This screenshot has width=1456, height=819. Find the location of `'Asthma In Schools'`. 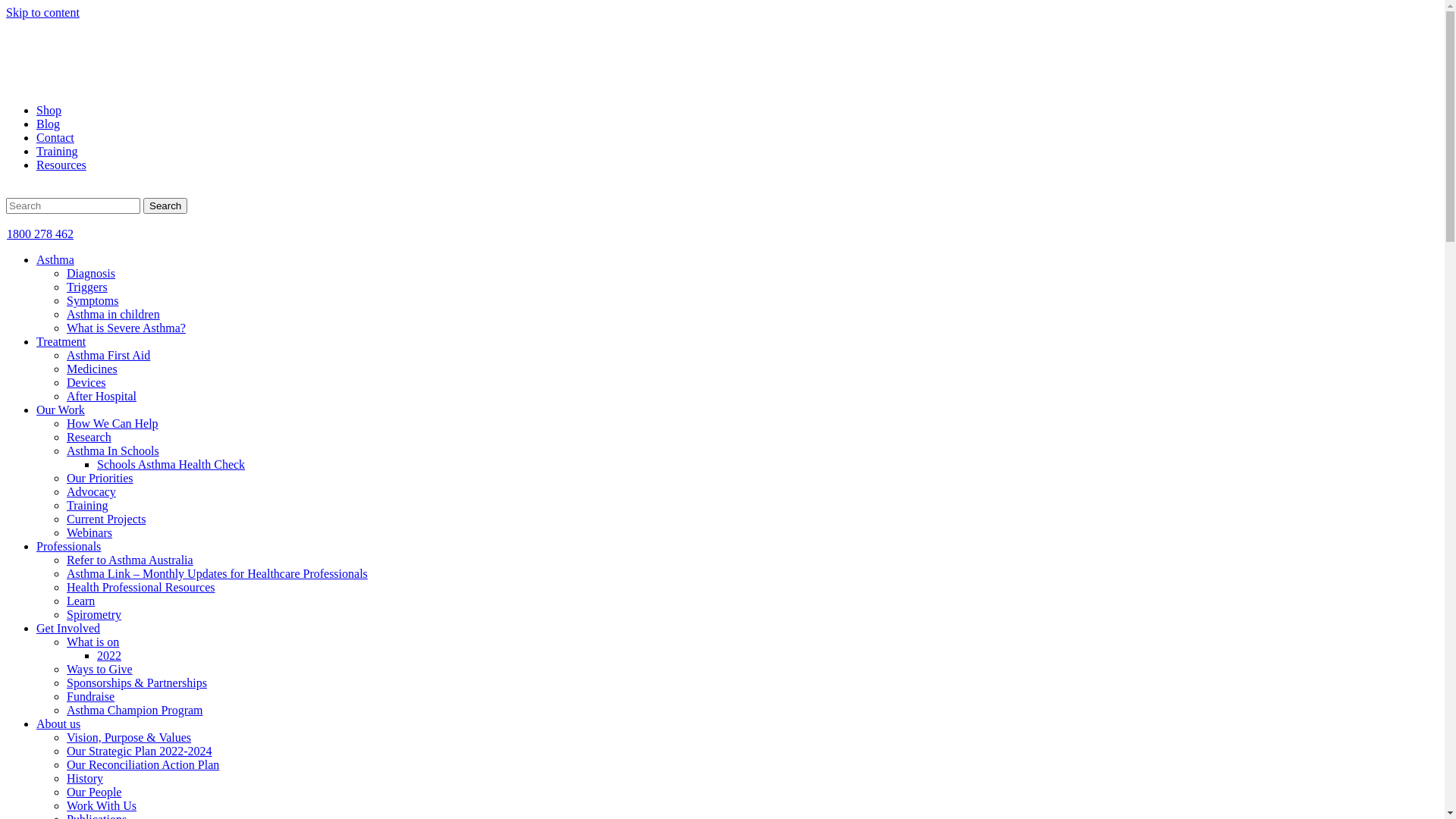

'Asthma In Schools' is located at coordinates (111, 450).